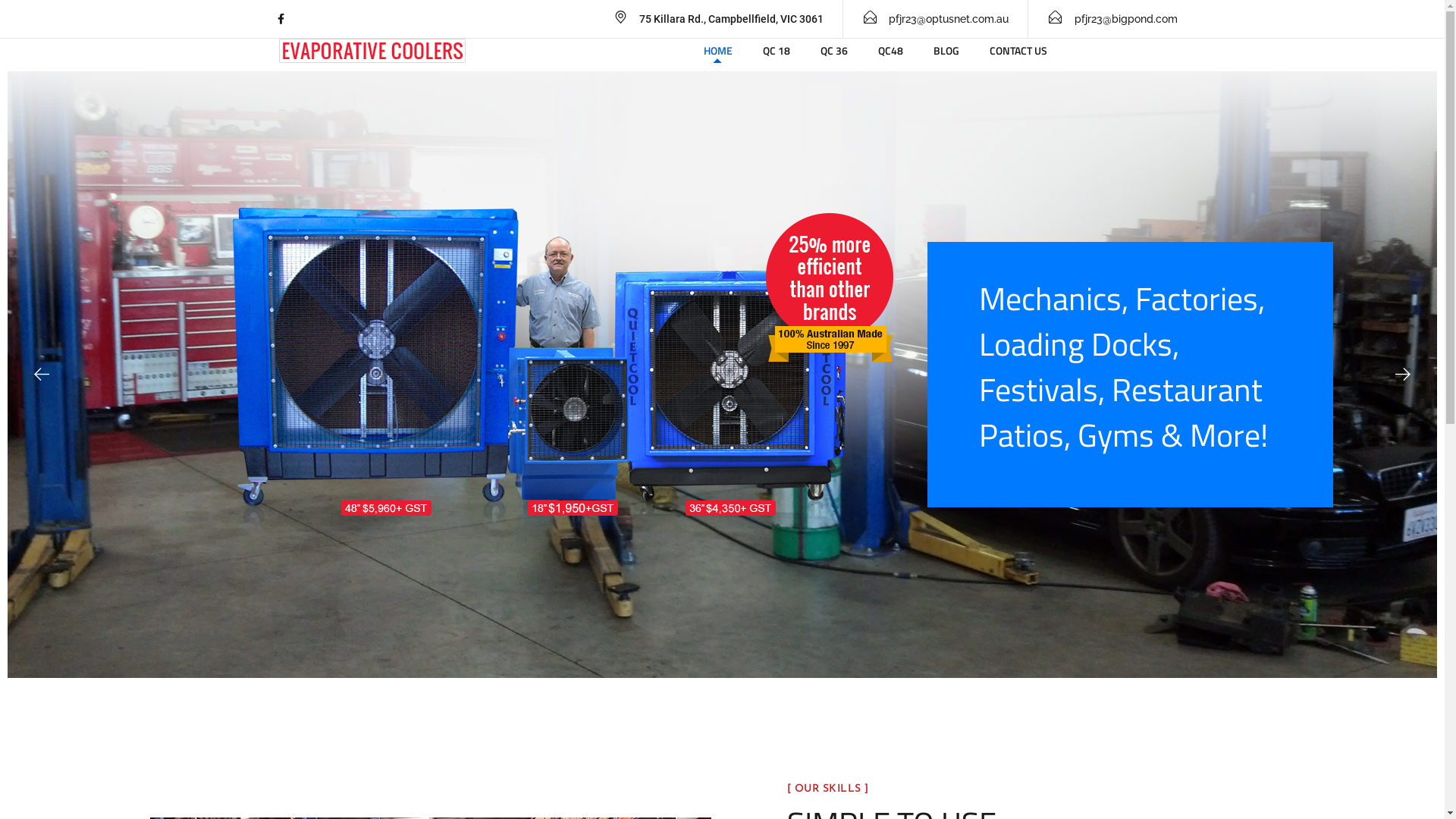 The width and height of the screenshot is (1456, 819). What do you see at coordinates (776, 49) in the screenshot?
I see `'QC 18'` at bounding box center [776, 49].